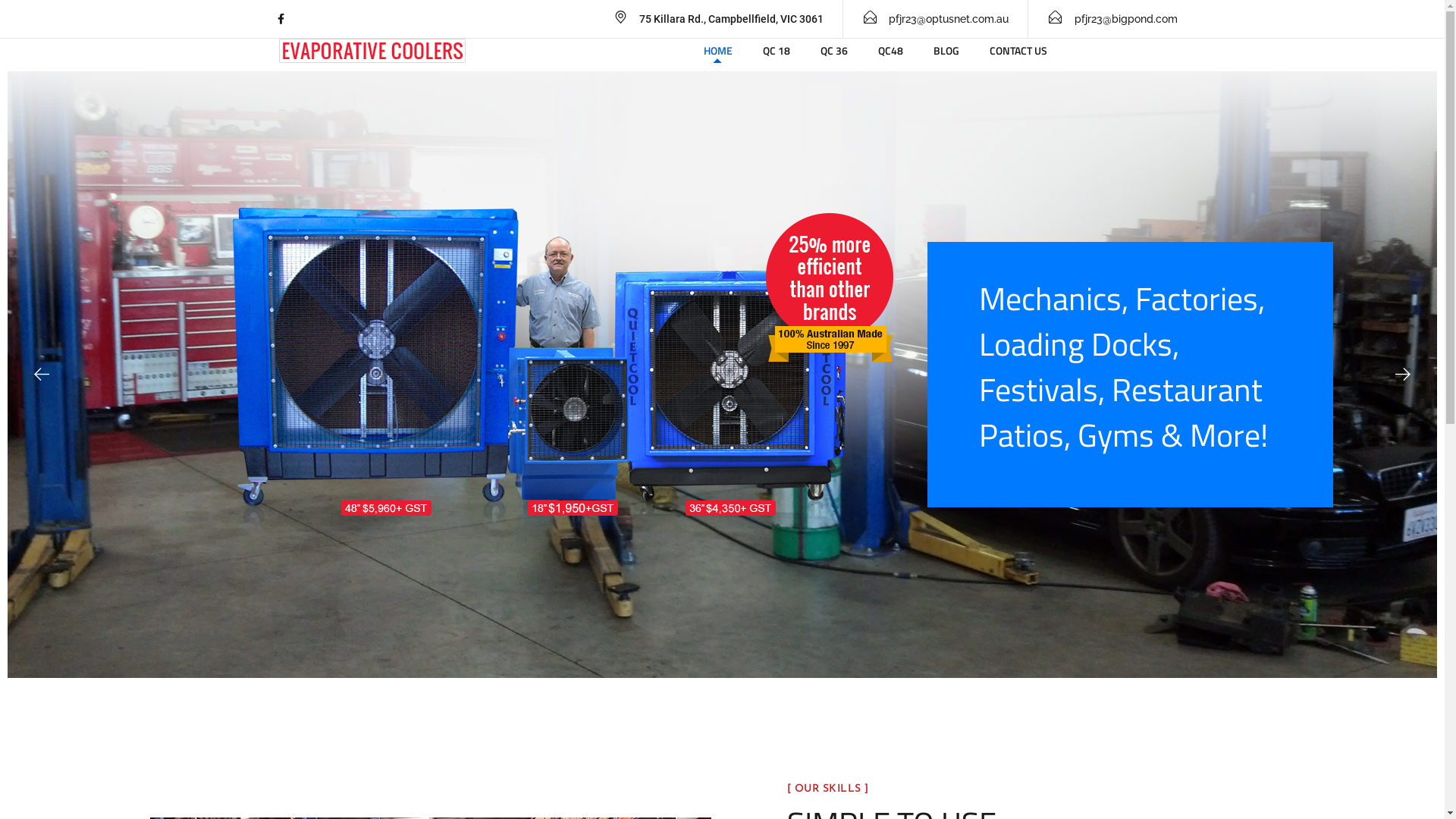 The width and height of the screenshot is (1456, 819). What do you see at coordinates (776, 49) in the screenshot?
I see `'QC 18'` at bounding box center [776, 49].